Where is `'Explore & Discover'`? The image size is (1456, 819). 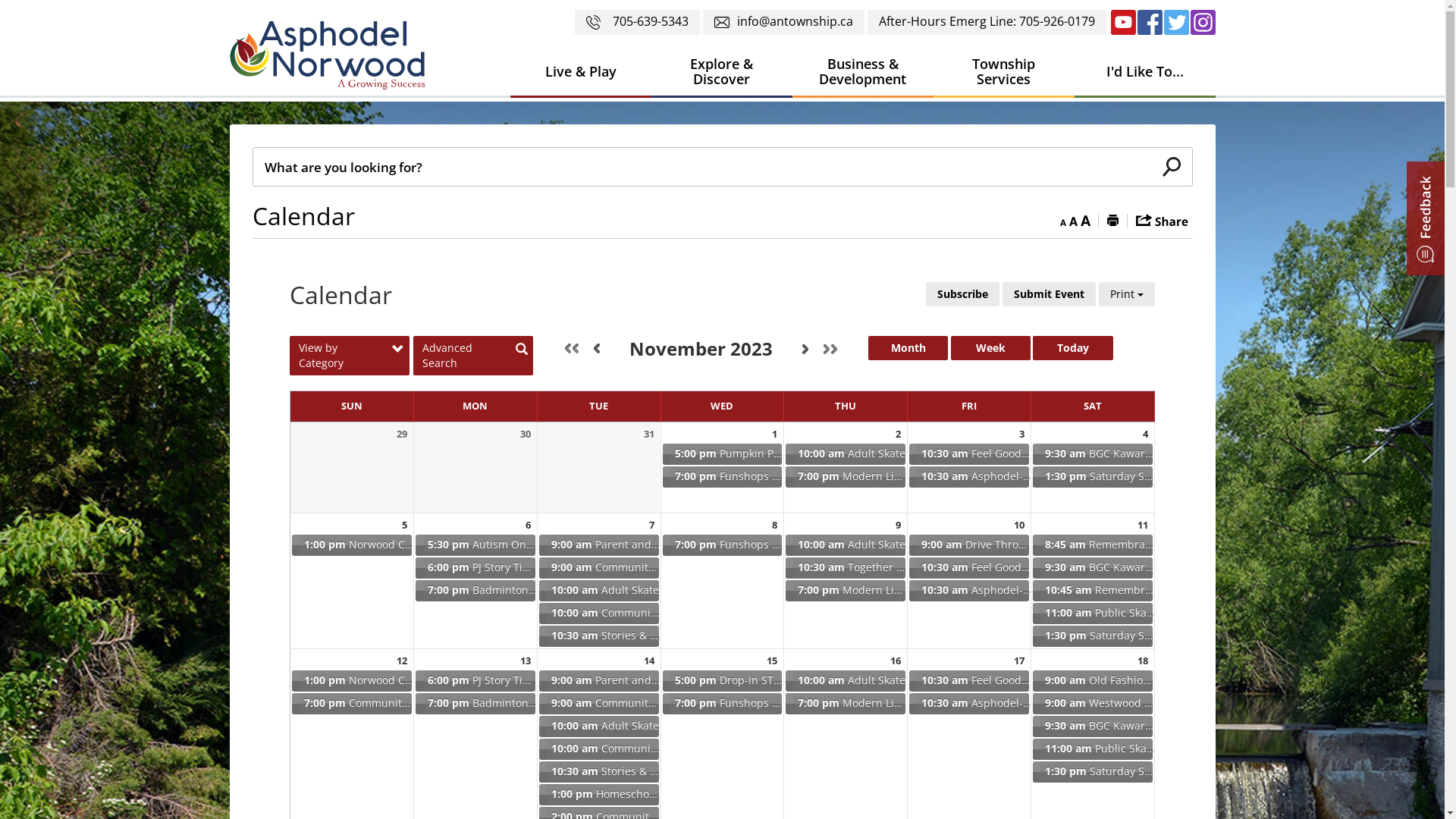 'Explore & Discover' is located at coordinates (720, 72).